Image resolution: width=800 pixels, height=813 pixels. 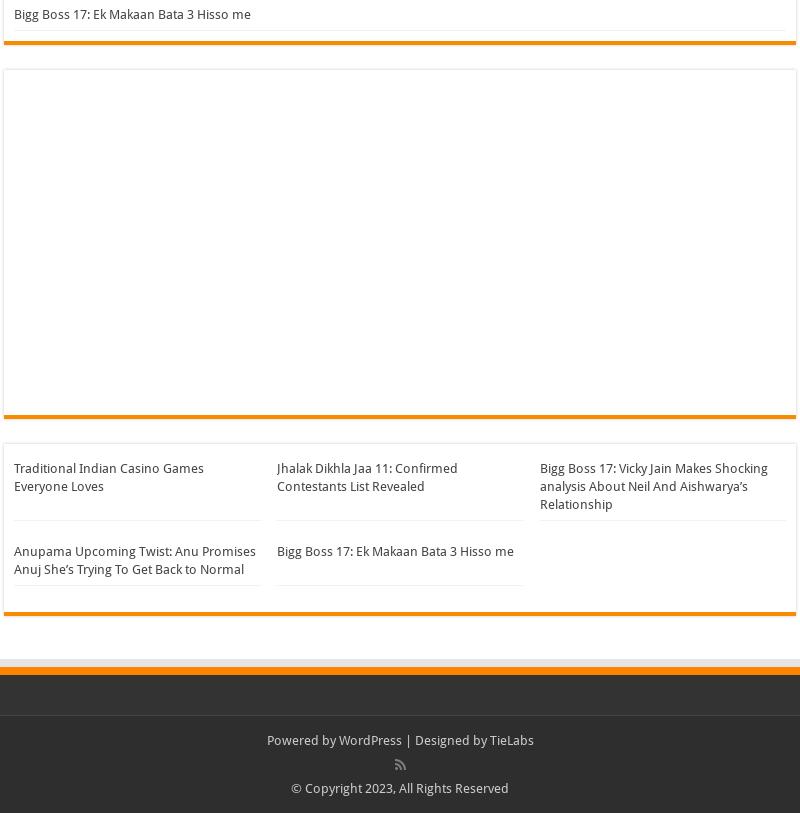 I want to click on 'Powered by', so click(x=301, y=740).